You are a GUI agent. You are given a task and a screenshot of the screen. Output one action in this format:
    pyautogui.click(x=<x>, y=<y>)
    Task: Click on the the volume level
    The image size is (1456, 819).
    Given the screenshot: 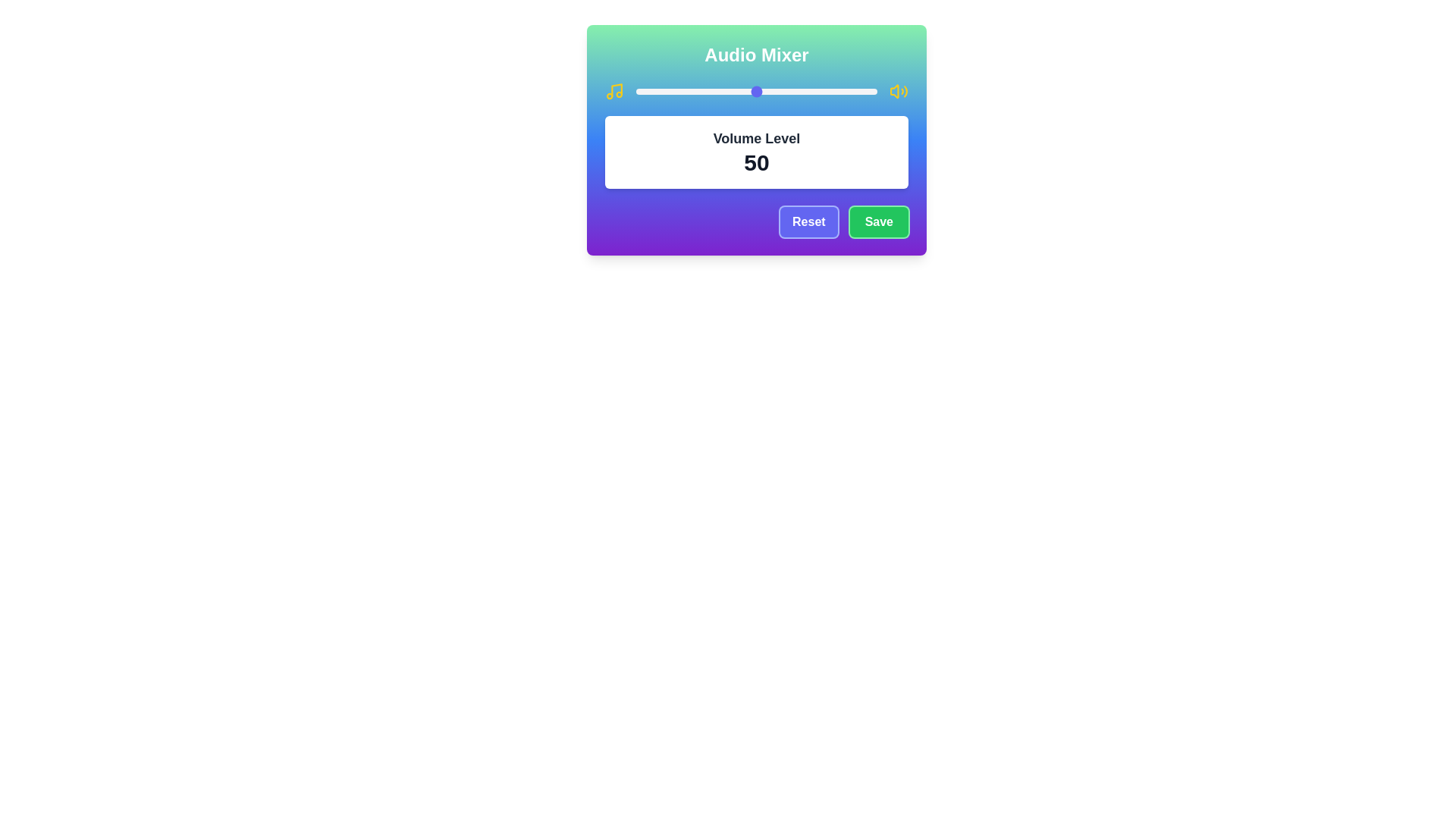 What is the action you would take?
    pyautogui.click(x=874, y=91)
    